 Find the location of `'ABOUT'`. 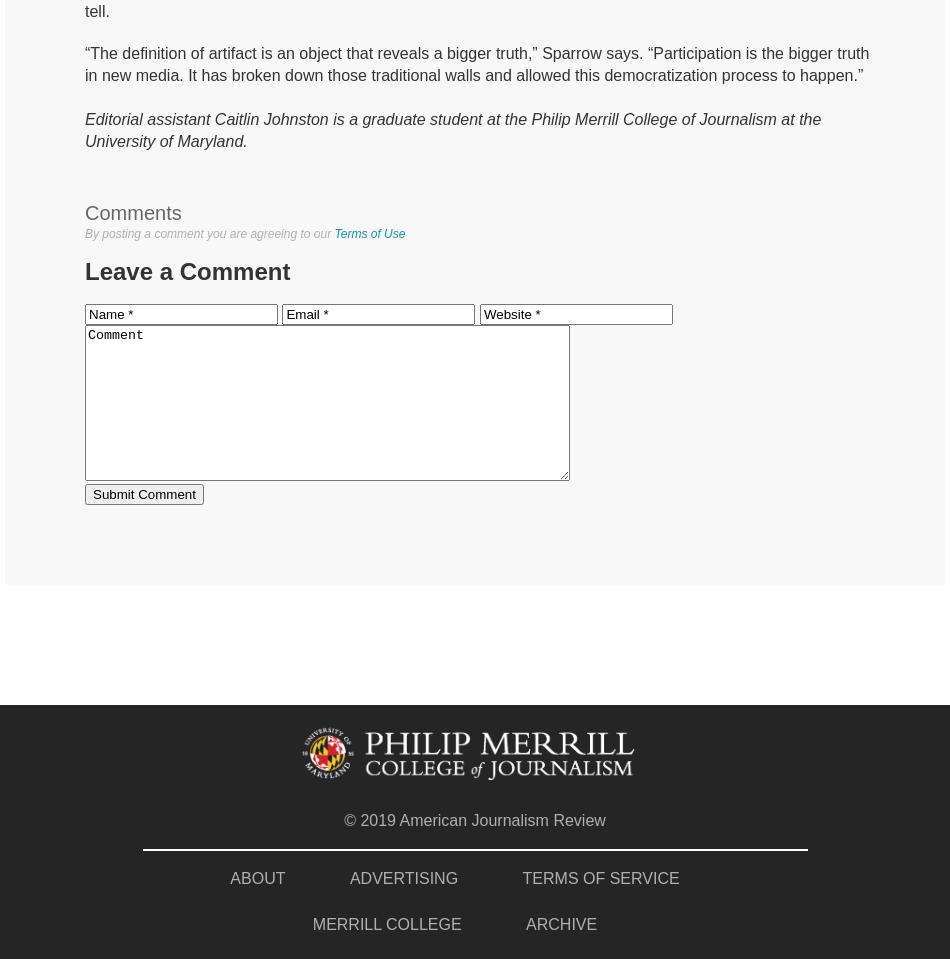

'ABOUT' is located at coordinates (256, 876).